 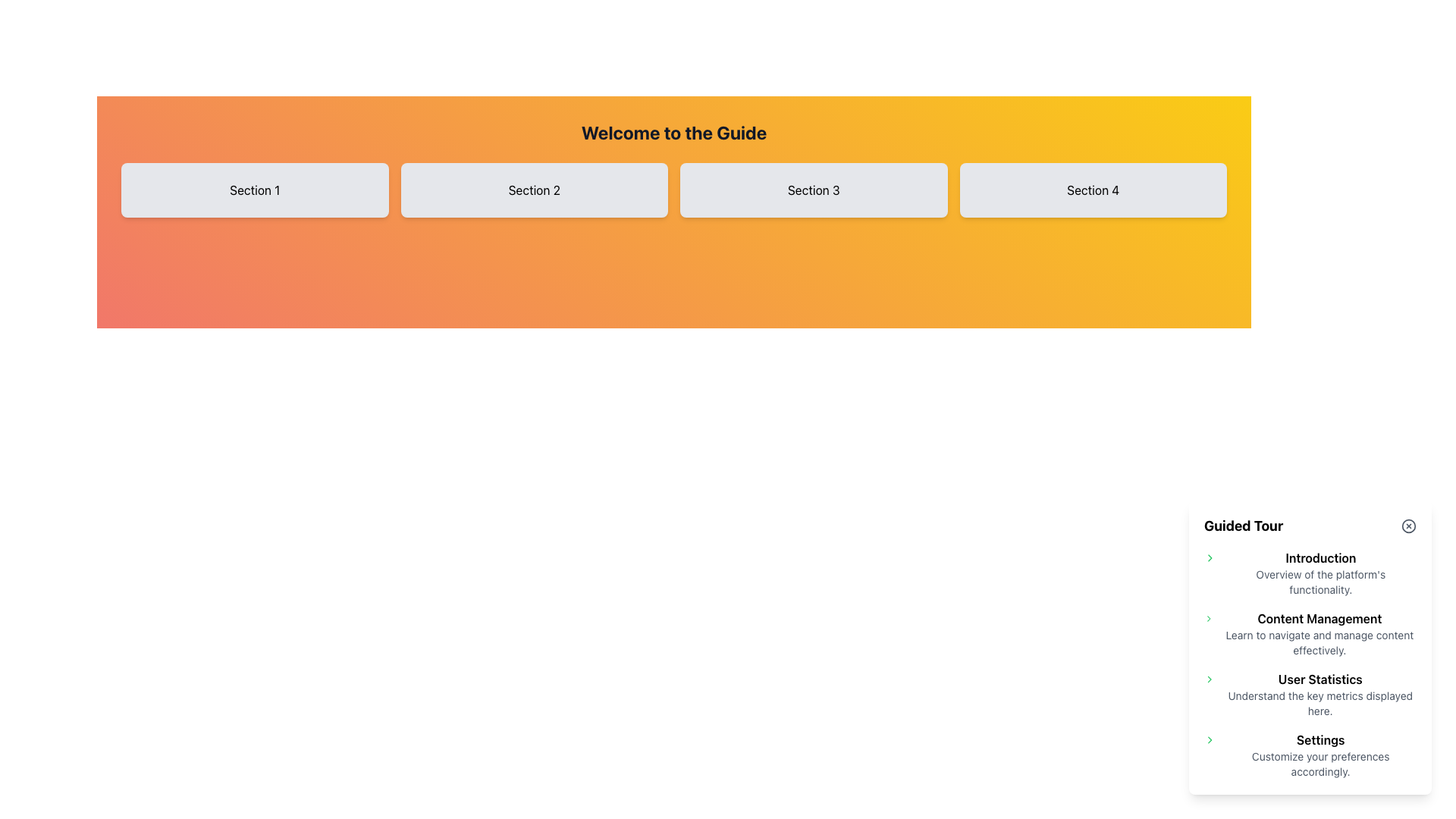 What do you see at coordinates (1319, 634) in the screenshot?
I see `the 'Content Management' text label which is the second item in the 'Guided Tour' section on the right panel, positioned below 'Introduction' and above 'User Statistics'` at bounding box center [1319, 634].